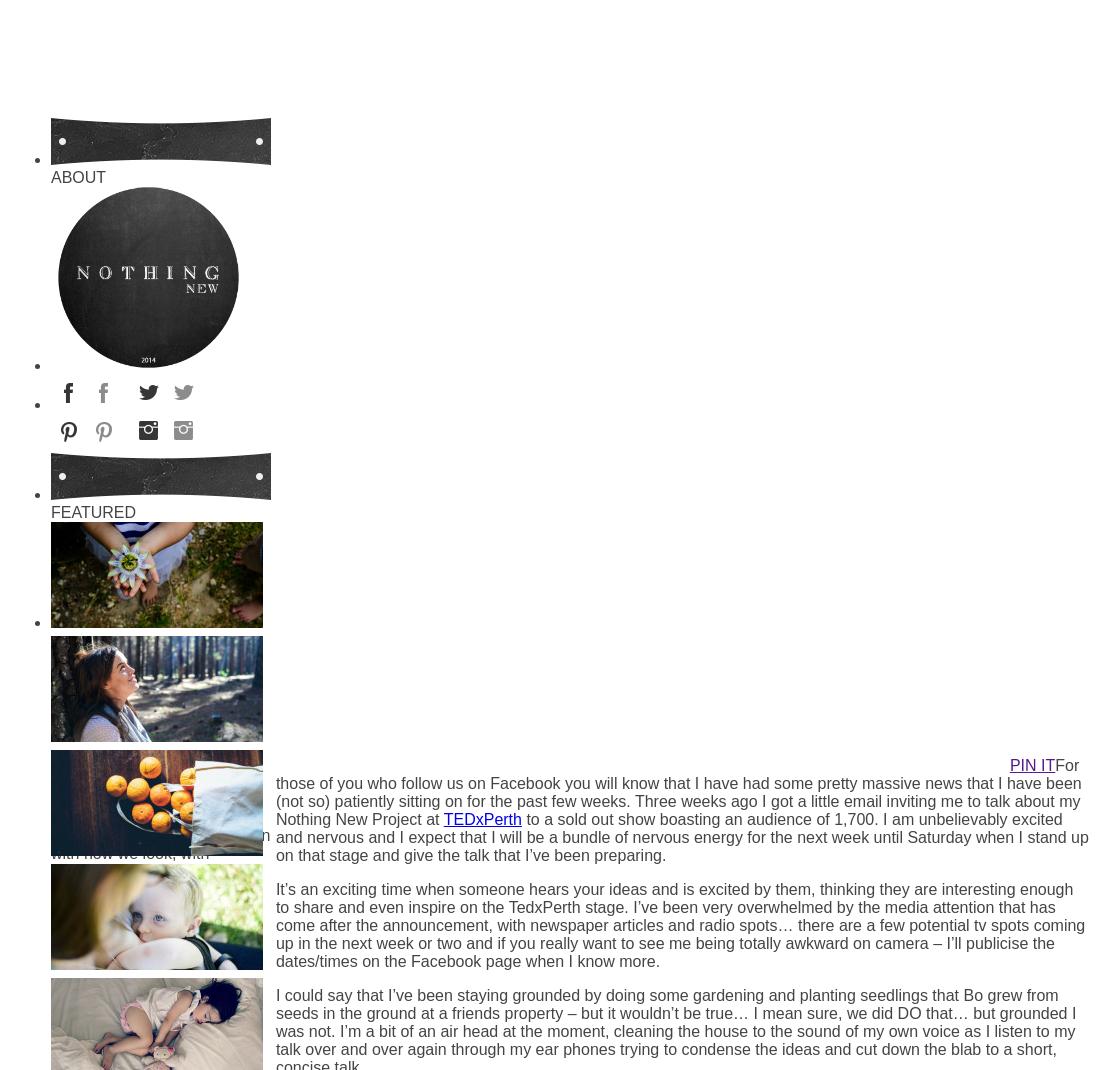 The height and width of the screenshot is (1070, 1100). I want to click on 'pictures of you.', so click(120, 1002).